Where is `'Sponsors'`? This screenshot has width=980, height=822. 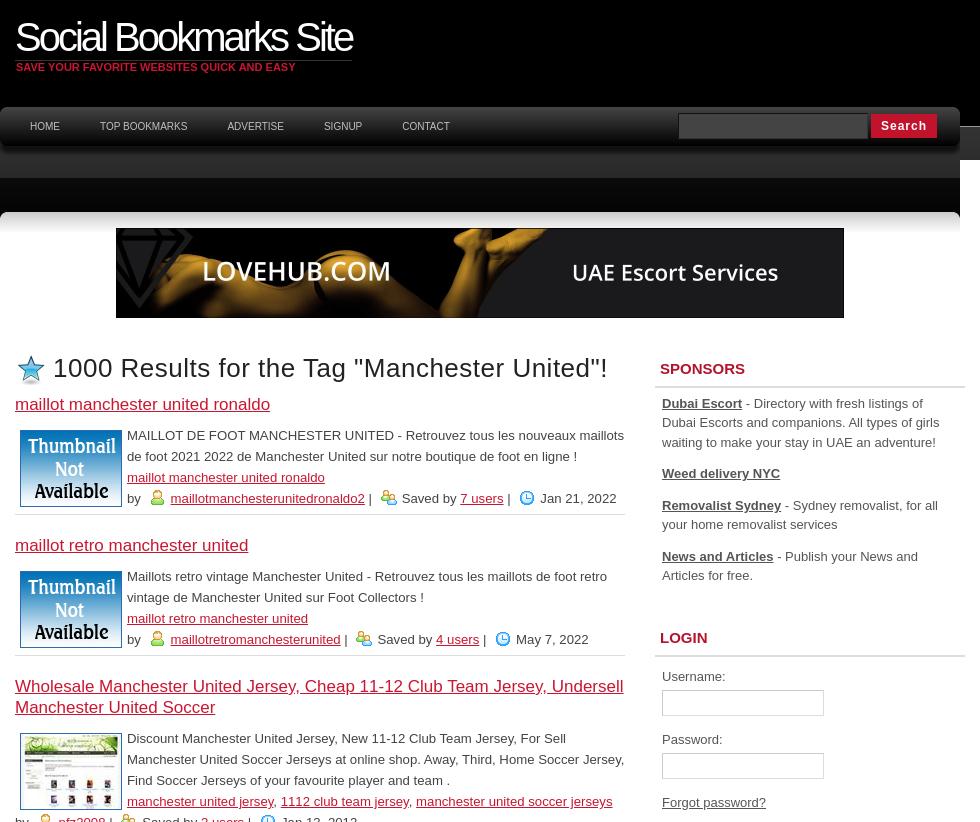 'Sponsors' is located at coordinates (702, 367).